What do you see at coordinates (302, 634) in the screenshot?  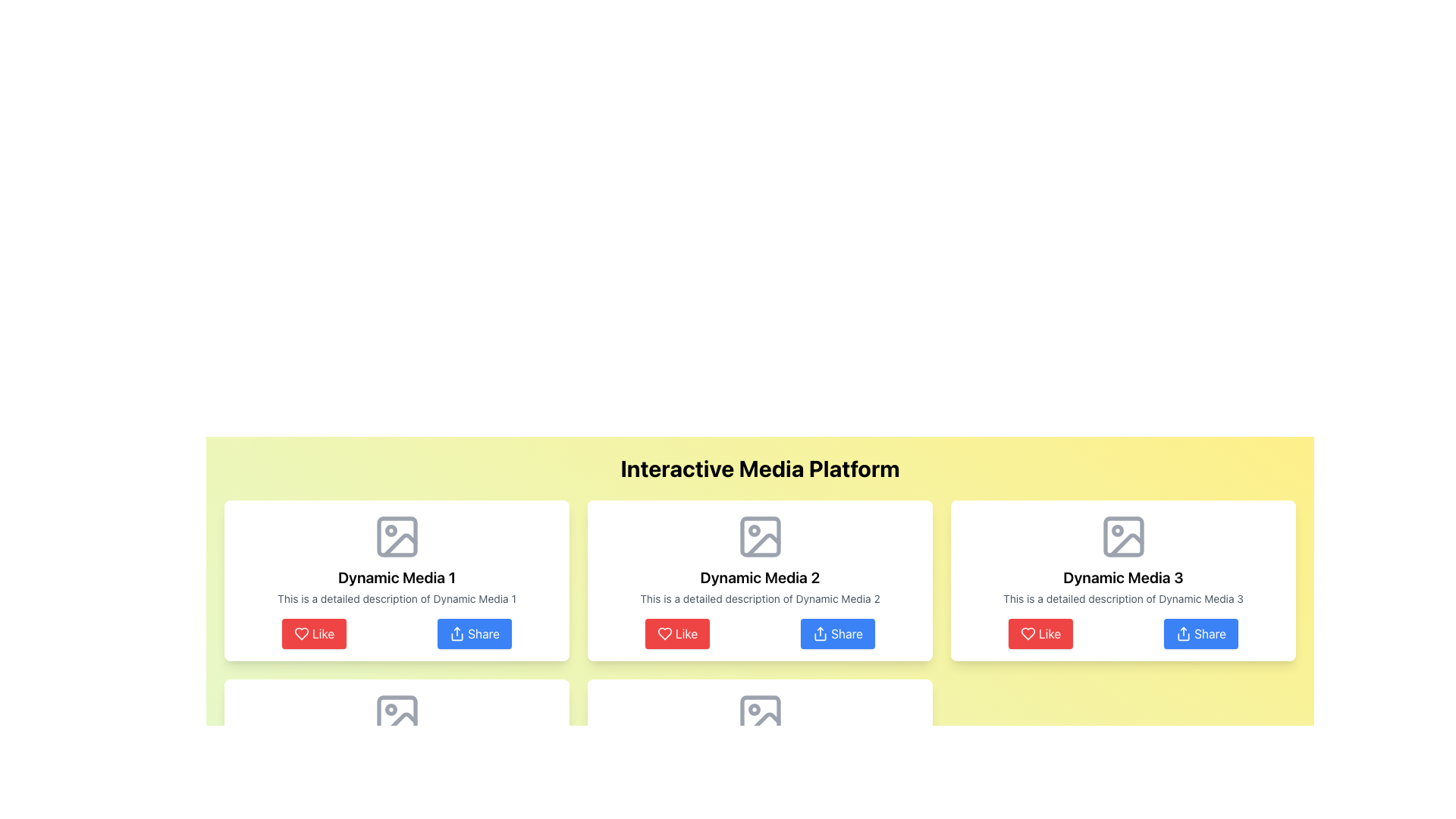 I see `the 'like' icon located at the bottom-left portion of the first card` at bounding box center [302, 634].